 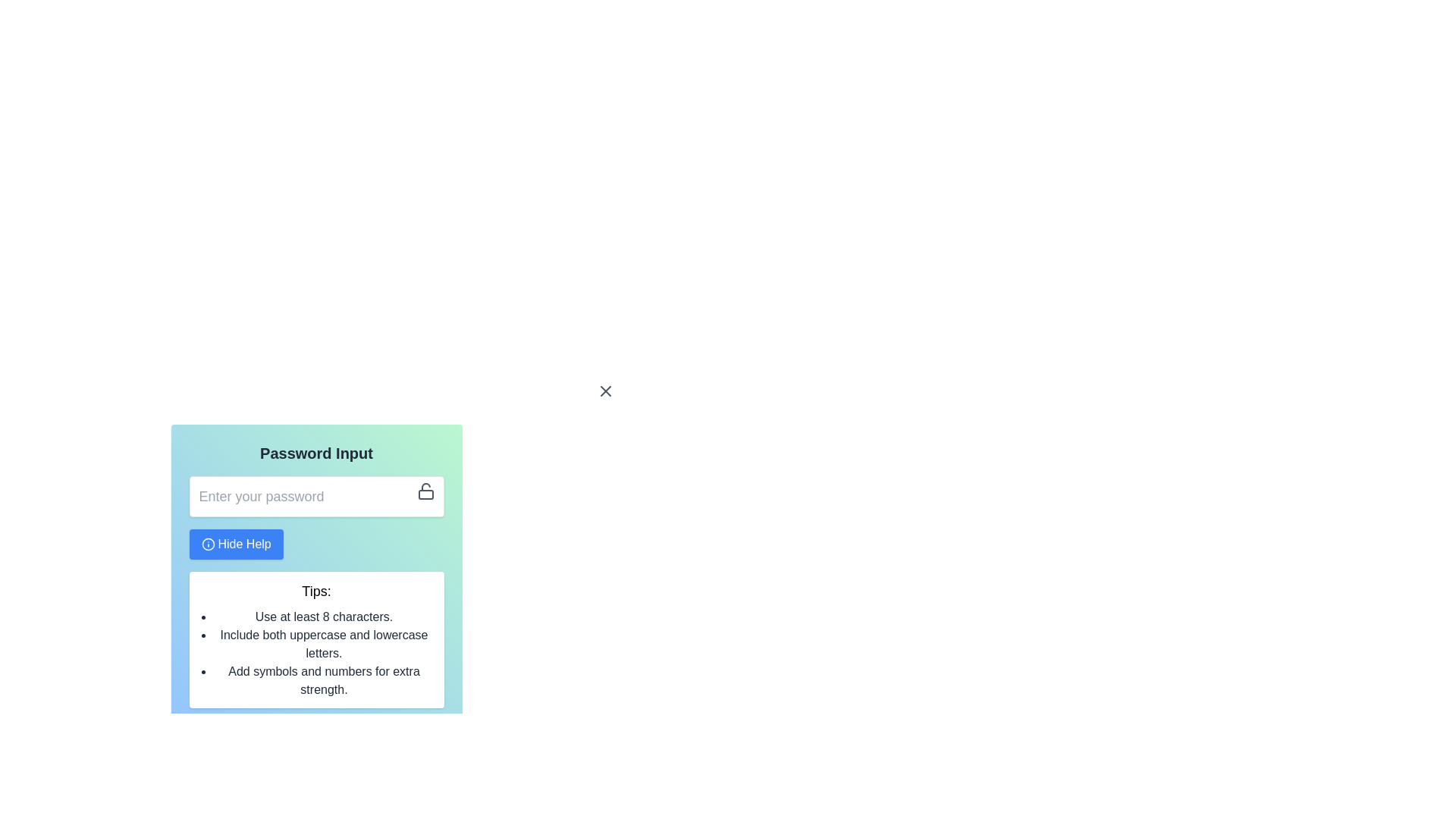 I want to click on the password input field of the Password Input Interface, so click(x=315, y=544).